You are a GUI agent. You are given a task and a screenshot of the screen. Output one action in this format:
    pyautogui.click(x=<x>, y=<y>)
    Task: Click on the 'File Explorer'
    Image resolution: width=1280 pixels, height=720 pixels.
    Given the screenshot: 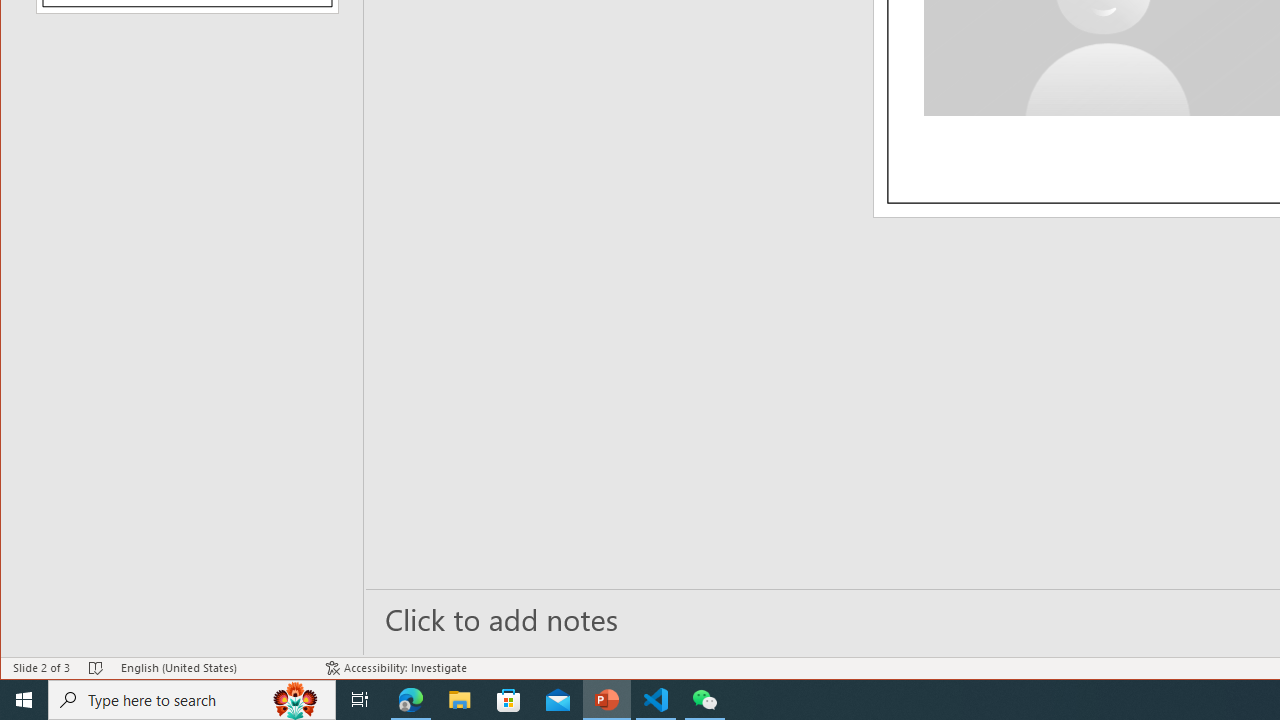 What is the action you would take?
    pyautogui.click(x=459, y=698)
    